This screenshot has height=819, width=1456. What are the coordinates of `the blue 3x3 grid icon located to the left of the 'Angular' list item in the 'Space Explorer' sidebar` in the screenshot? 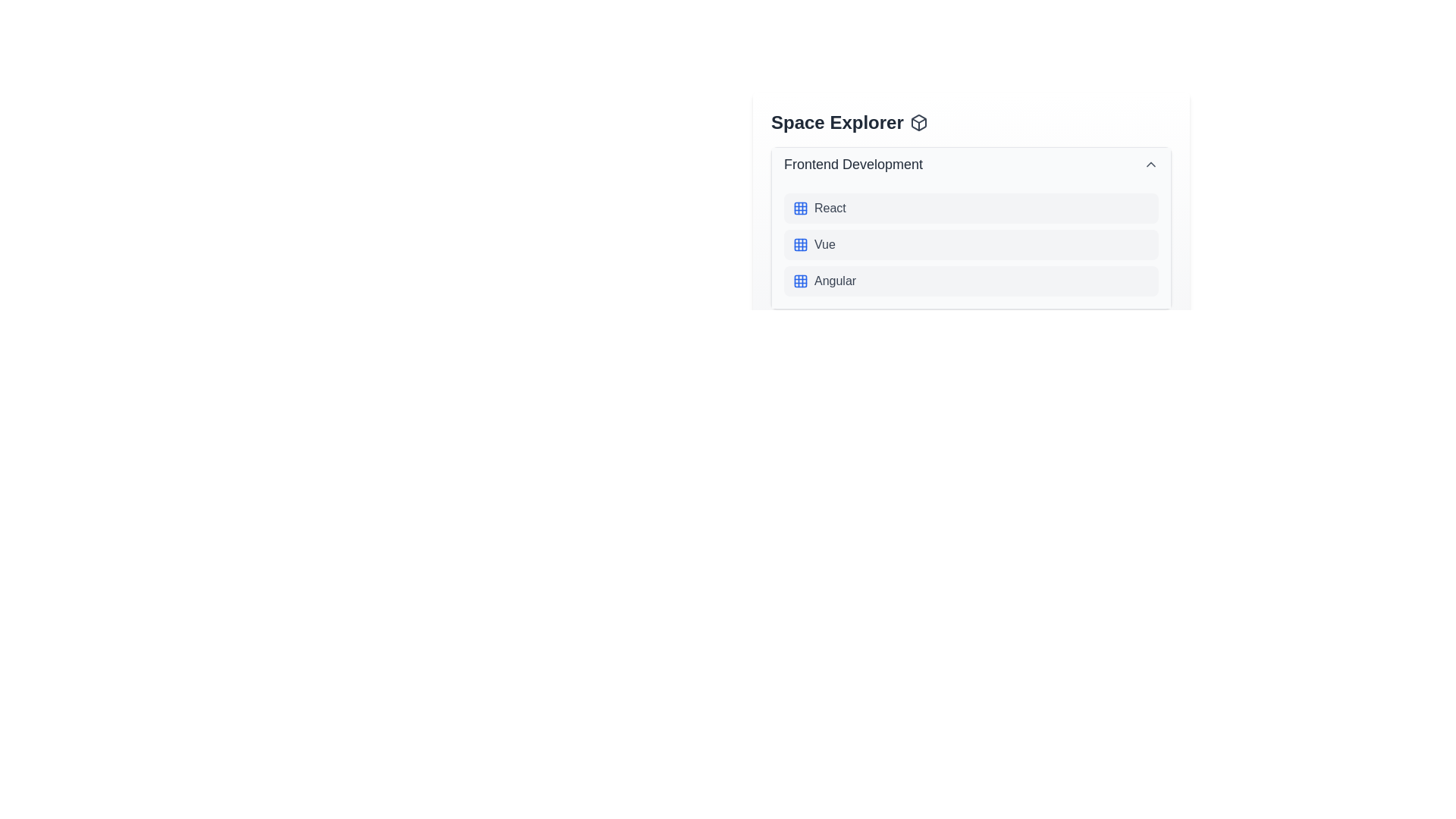 It's located at (800, 281).